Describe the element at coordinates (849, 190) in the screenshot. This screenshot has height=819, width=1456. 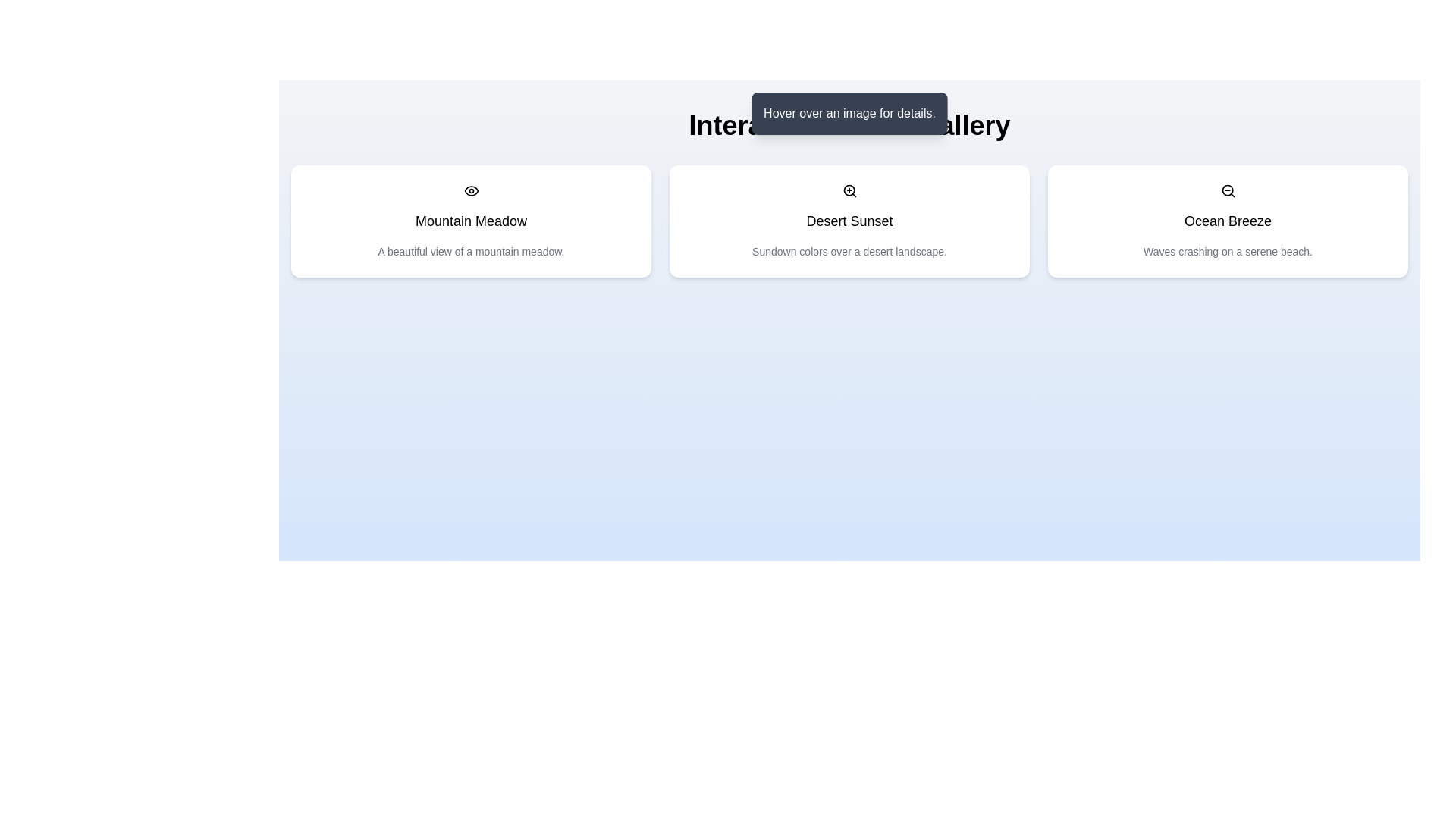
I see `the zoom-in icon located at the top-center of the card containing 'Desert Sunset'` at that location.